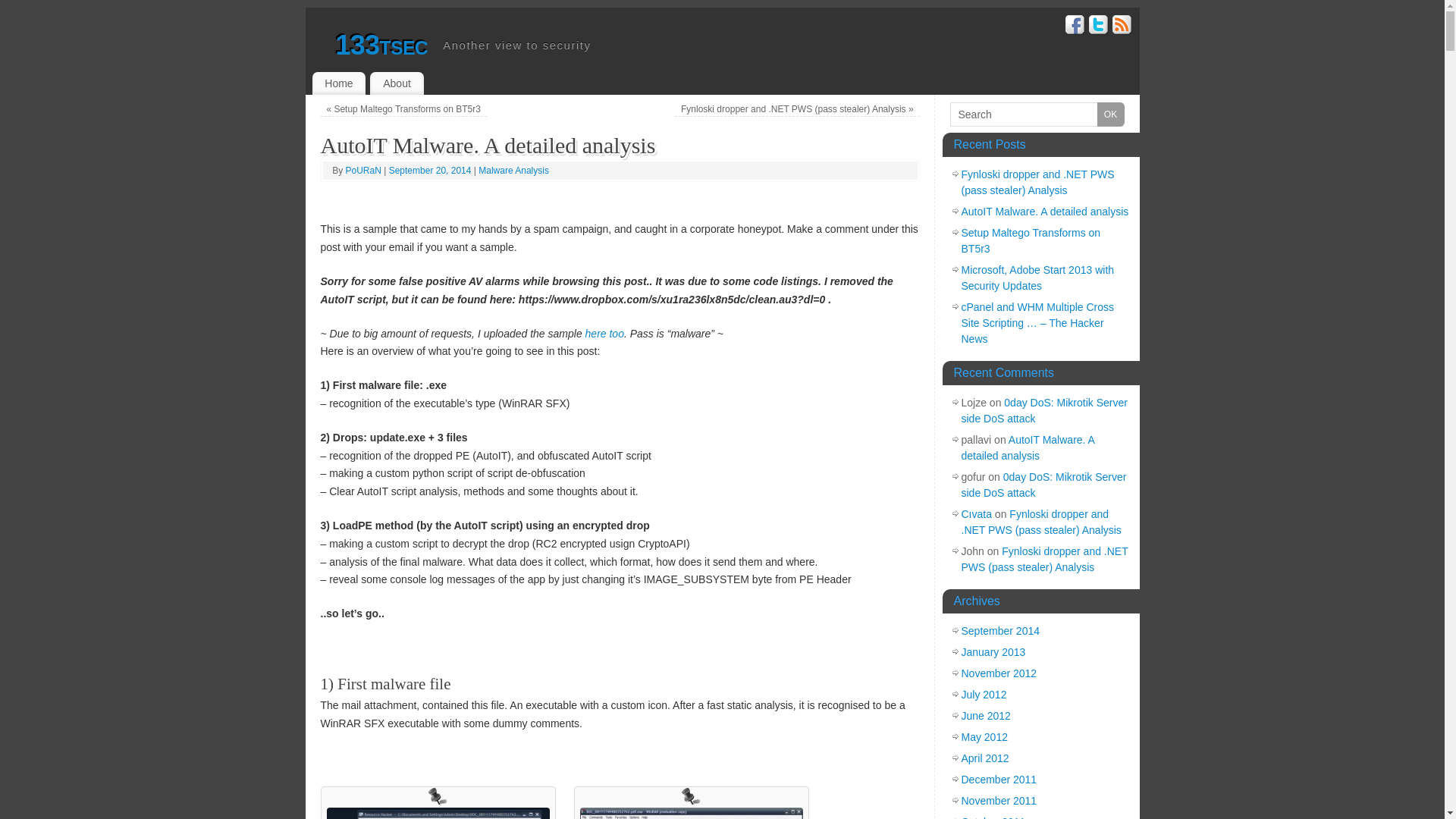  I want to click on 'here too', so click(604, 332).